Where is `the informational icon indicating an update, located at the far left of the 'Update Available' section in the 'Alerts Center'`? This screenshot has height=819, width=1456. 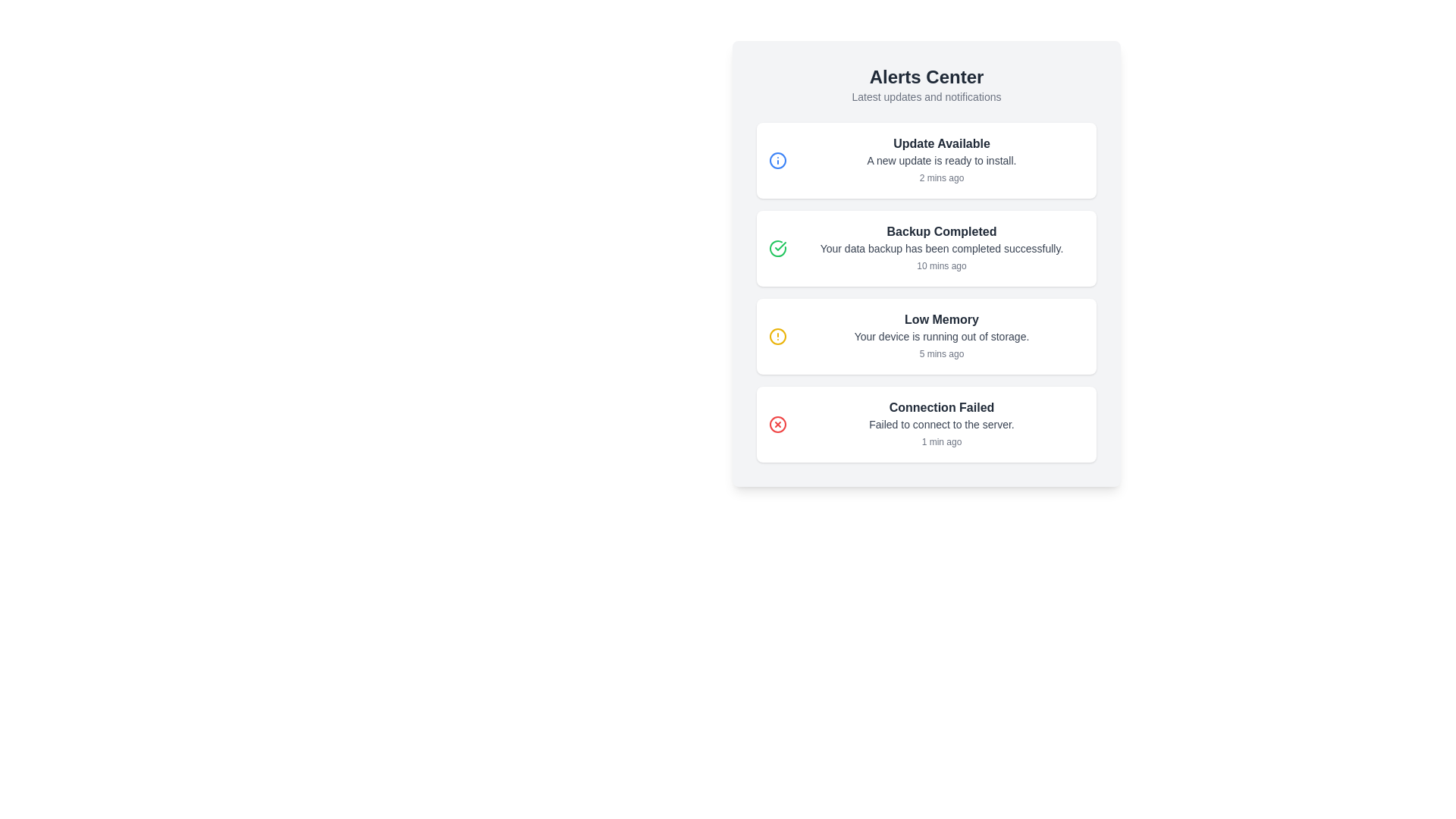
the informational icon indicating an update, located at the far left of the 'Update Available' section in the 'Alerts Center' is located at coordinates (778, 161).